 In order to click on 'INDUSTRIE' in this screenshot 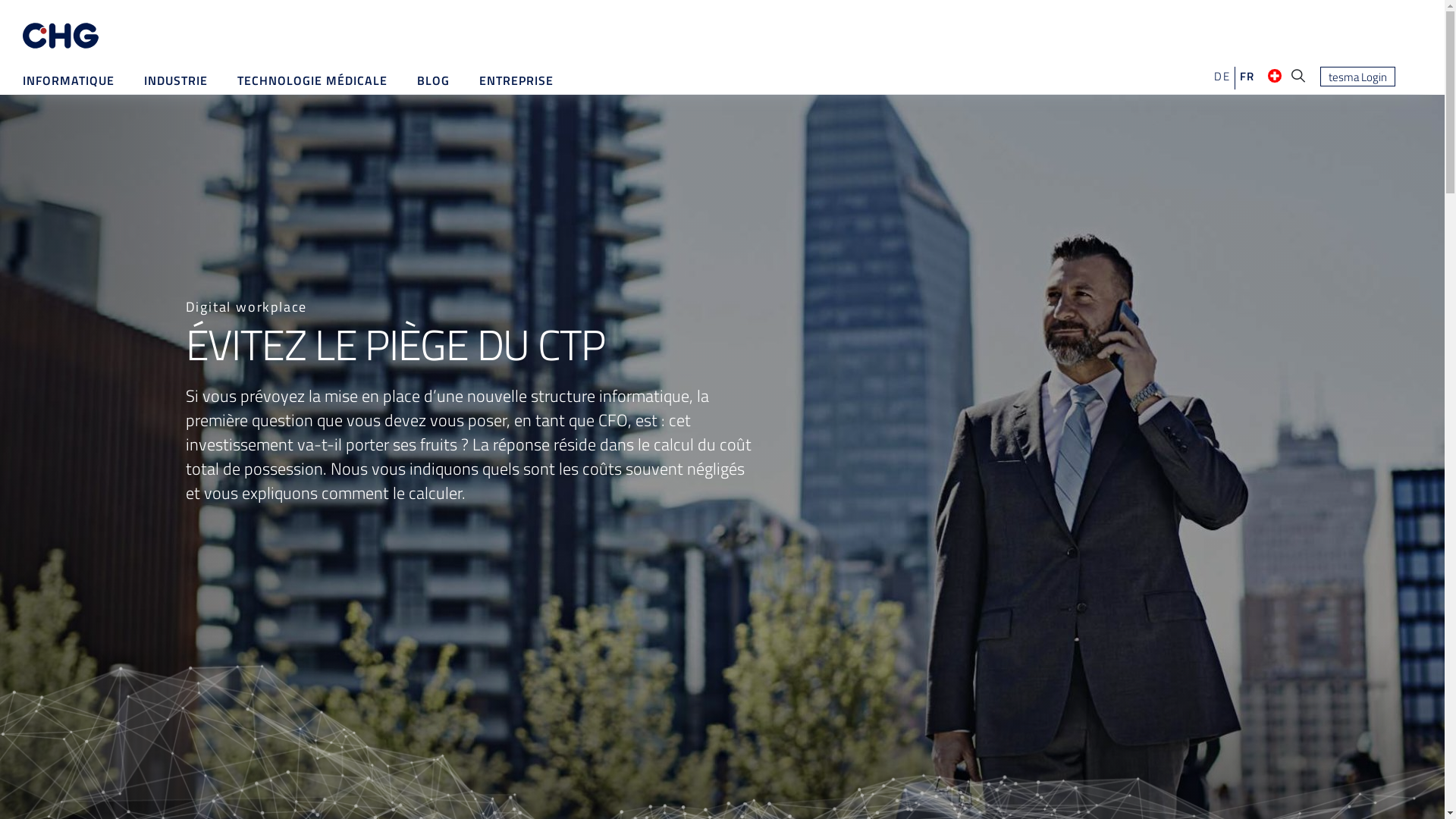, I will do `click(175, 80)`.